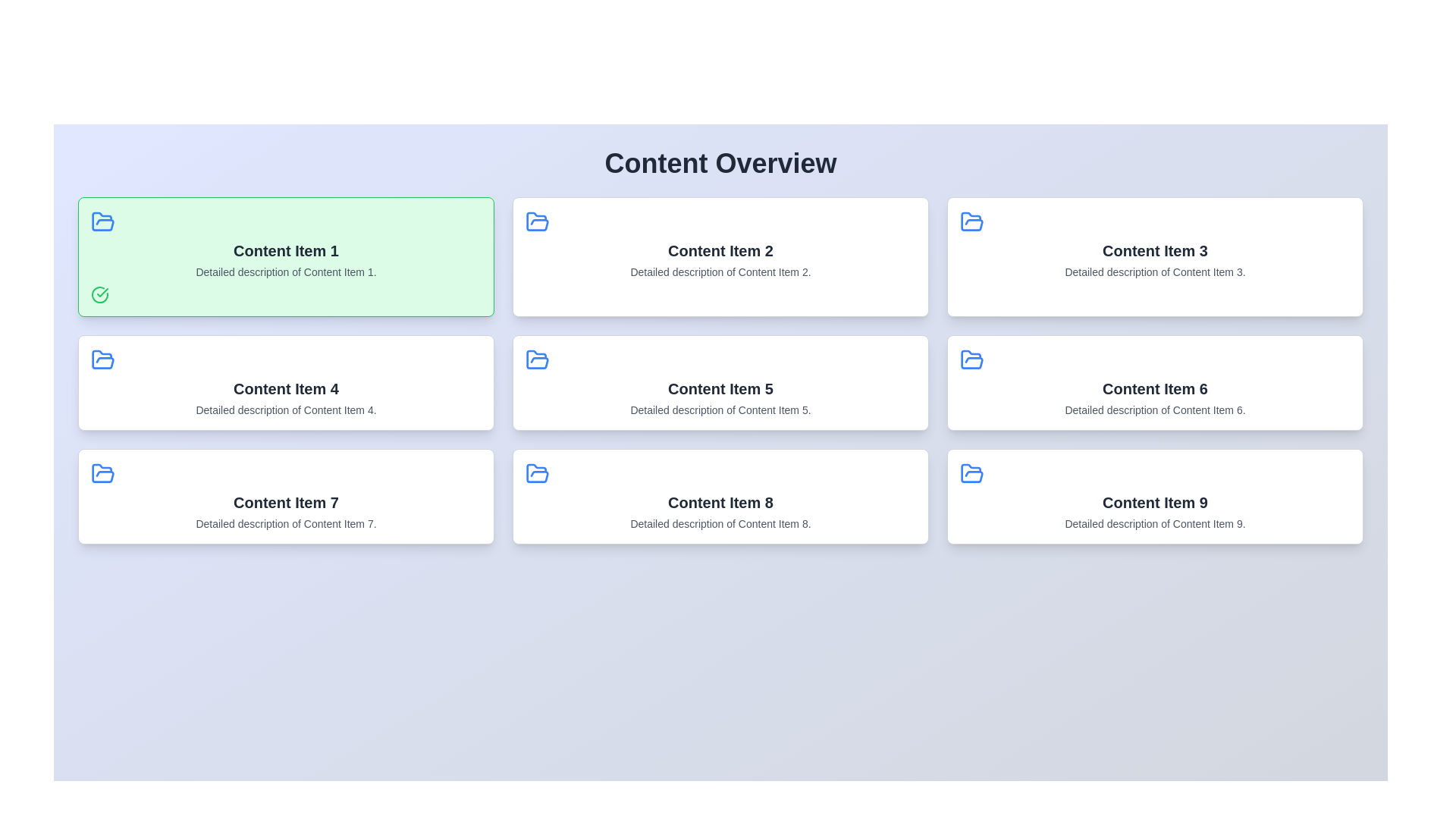 The height and width of the screenshot is (819, 1456). What do you see at coordinates (720, 409) in the screenshot?
I see `the static text label located beneath the bold title 'Content Item 5' within the bordered card, positioned in the 2nd row and 2nd column of the layout grid` at bounding box center [720, 409].